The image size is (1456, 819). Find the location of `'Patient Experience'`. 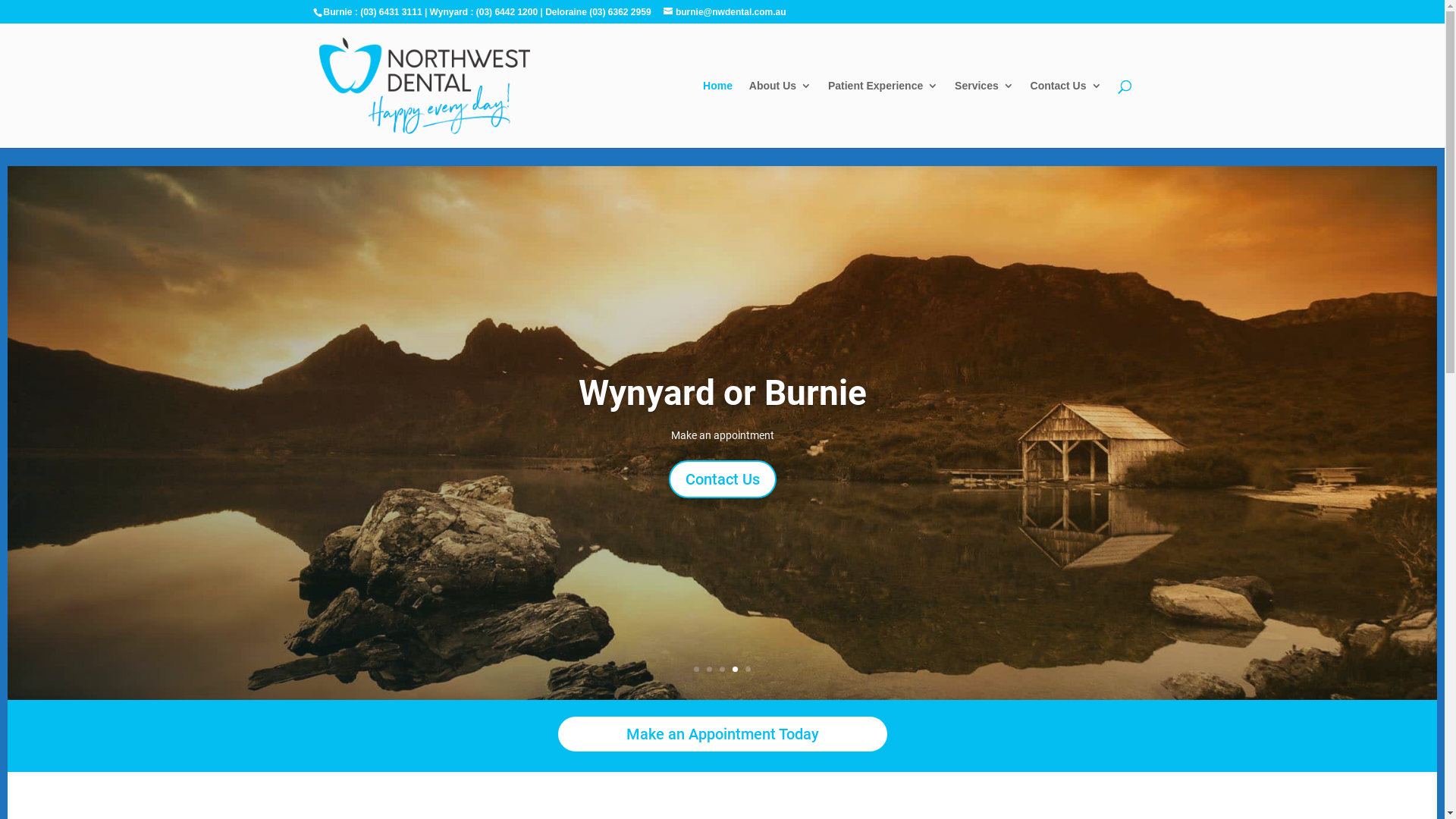

'Patient Experience' is located at coordinates (827, 113).